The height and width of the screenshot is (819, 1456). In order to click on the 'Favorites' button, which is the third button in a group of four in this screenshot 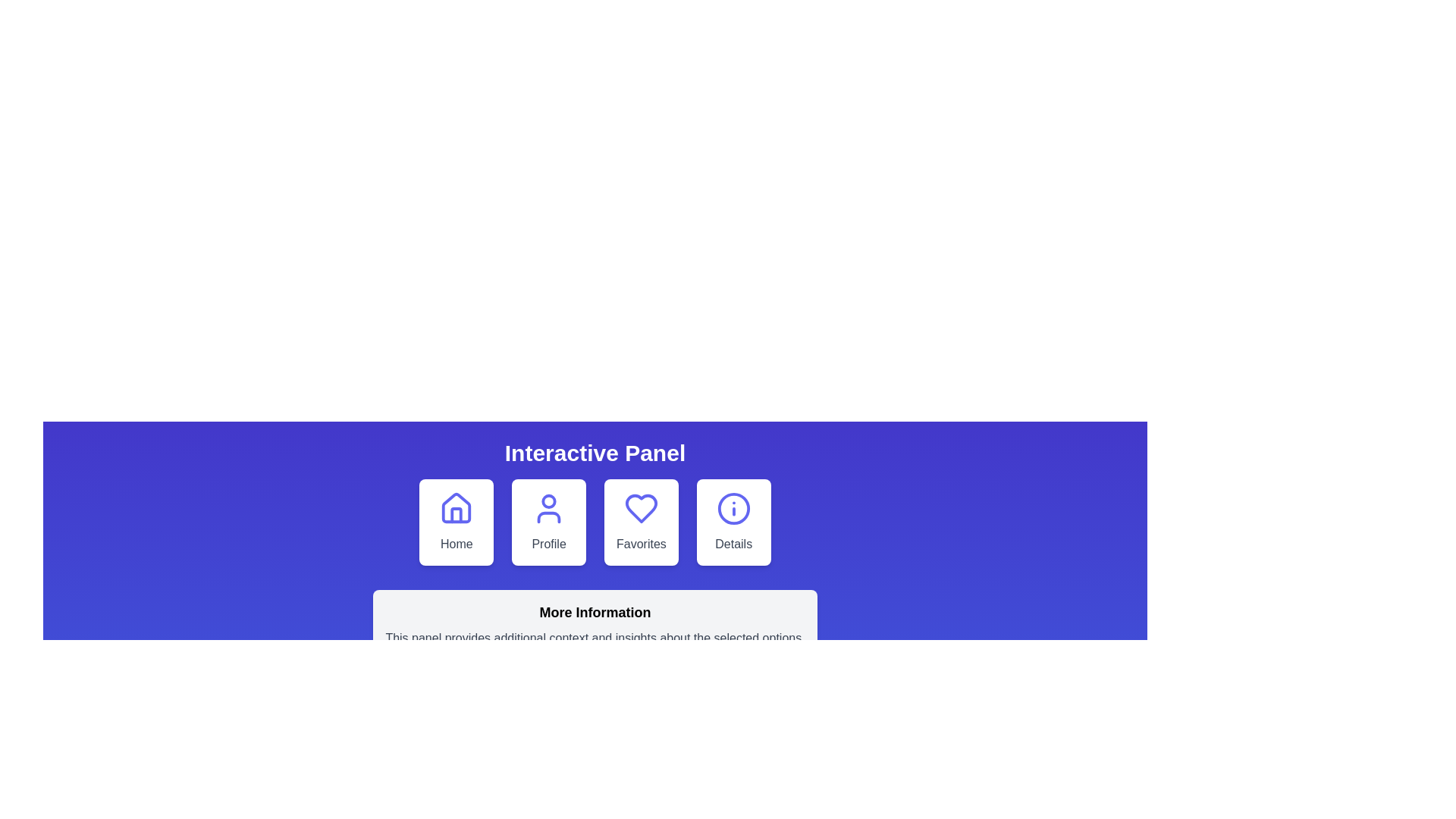, I will do `click(641, 522)`.